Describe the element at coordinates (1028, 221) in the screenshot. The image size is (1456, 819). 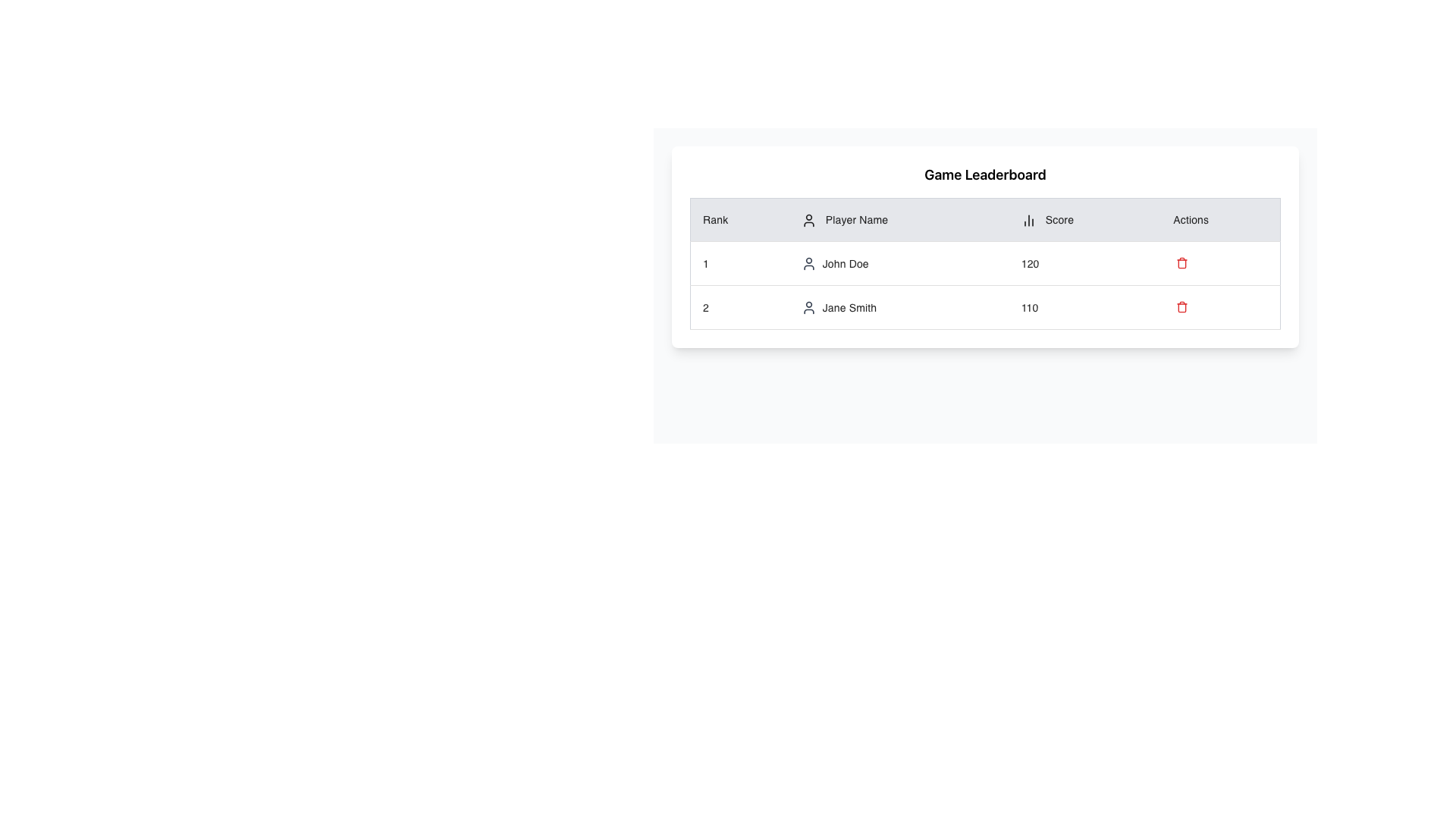
I see `the chart icon representing the 'Score' column in the leaderboard header, located to the left of the column title text 'Score'` at that location.